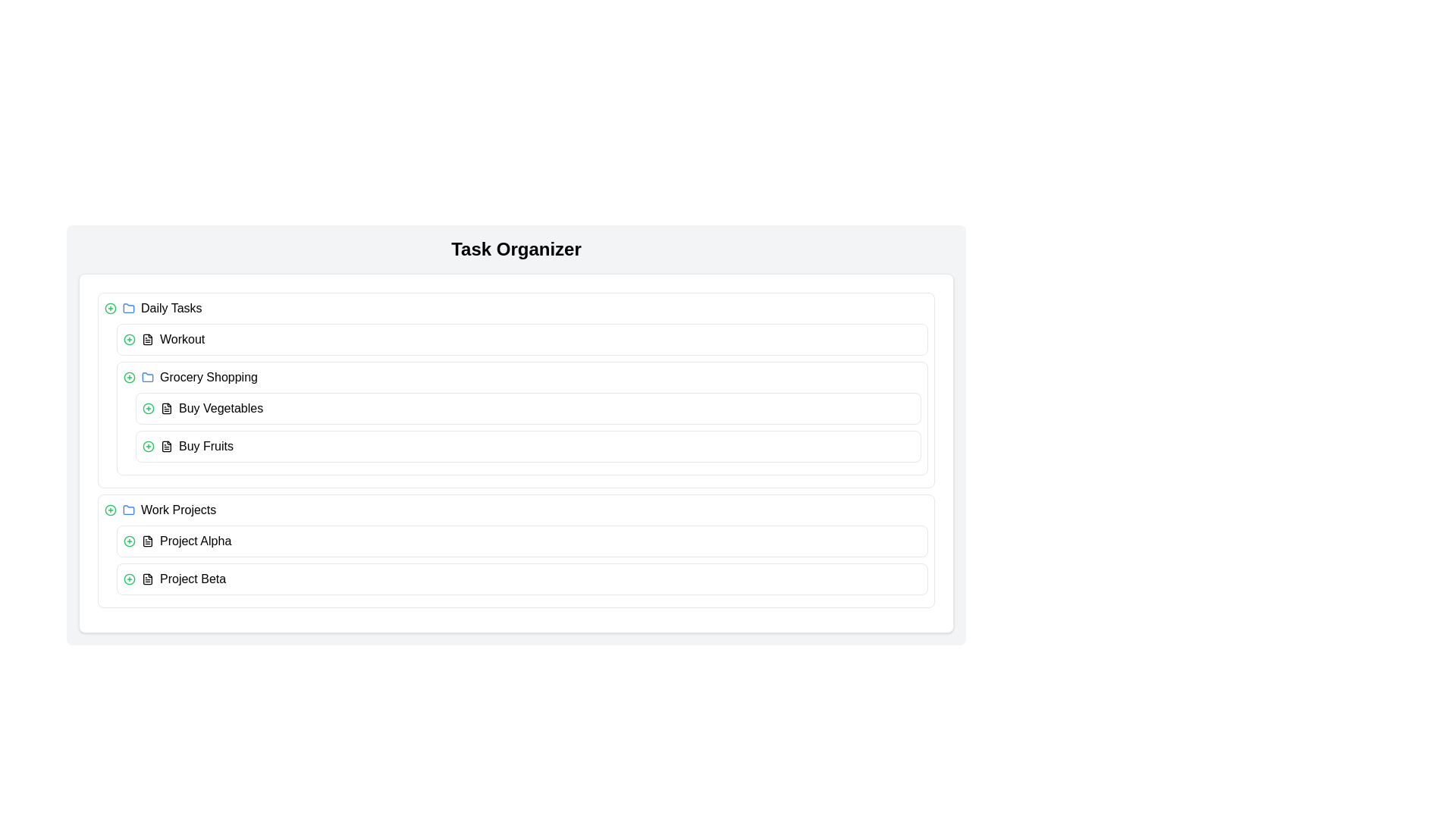 The width and height of the screenshot is (1456, 819). What do you see at coordinates (206, 446) in the screenshot?
I see `displayed text of the 'Buy Fruits' task item located at the end of the 'Grocery Shopping' list in the 'Daily Tasks' section` at bounding box center [206, 446].